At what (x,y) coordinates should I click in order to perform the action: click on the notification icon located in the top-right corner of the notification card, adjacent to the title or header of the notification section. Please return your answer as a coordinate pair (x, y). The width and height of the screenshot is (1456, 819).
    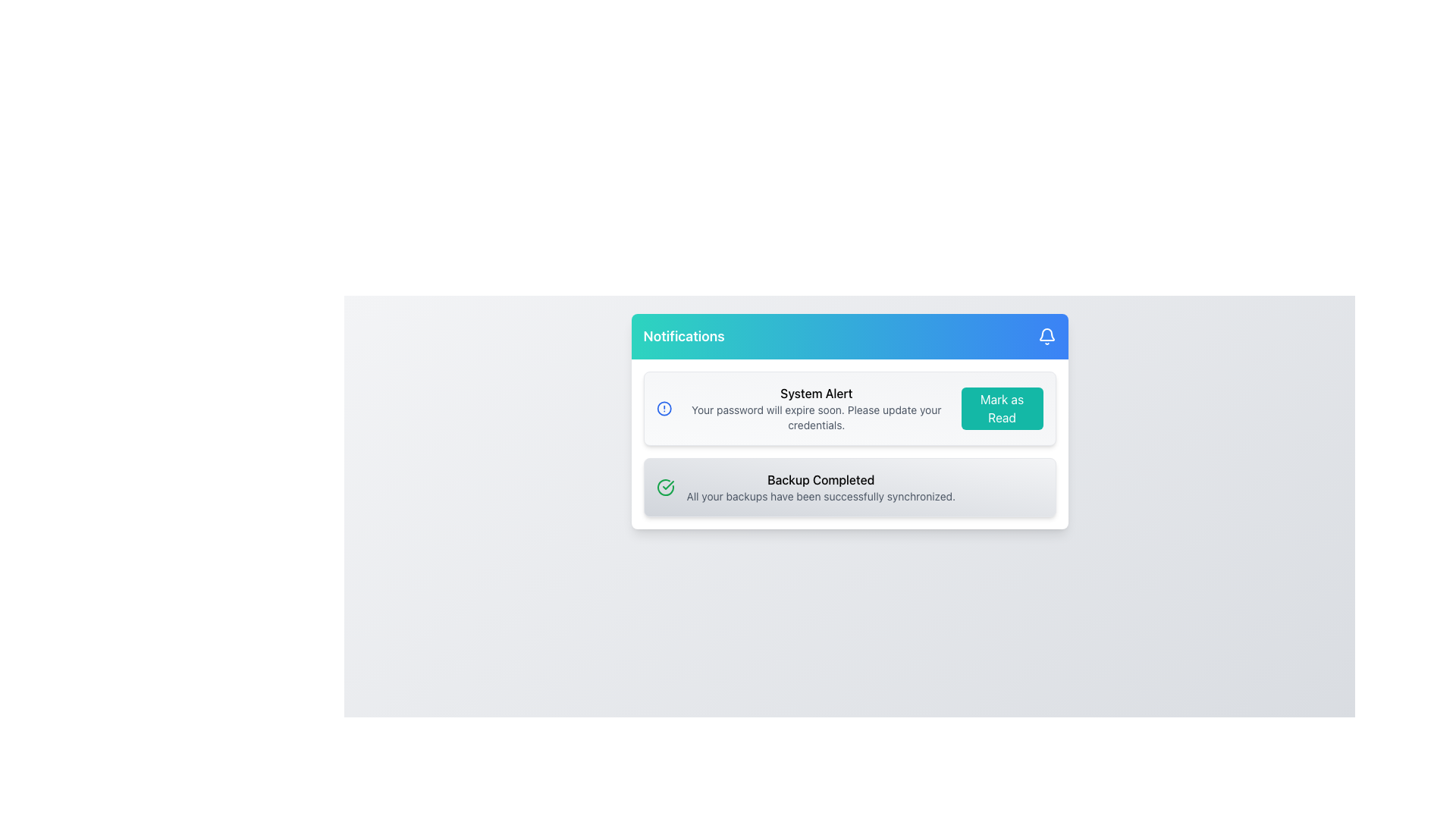
    Looking at the image, I should click on (1046, 334).